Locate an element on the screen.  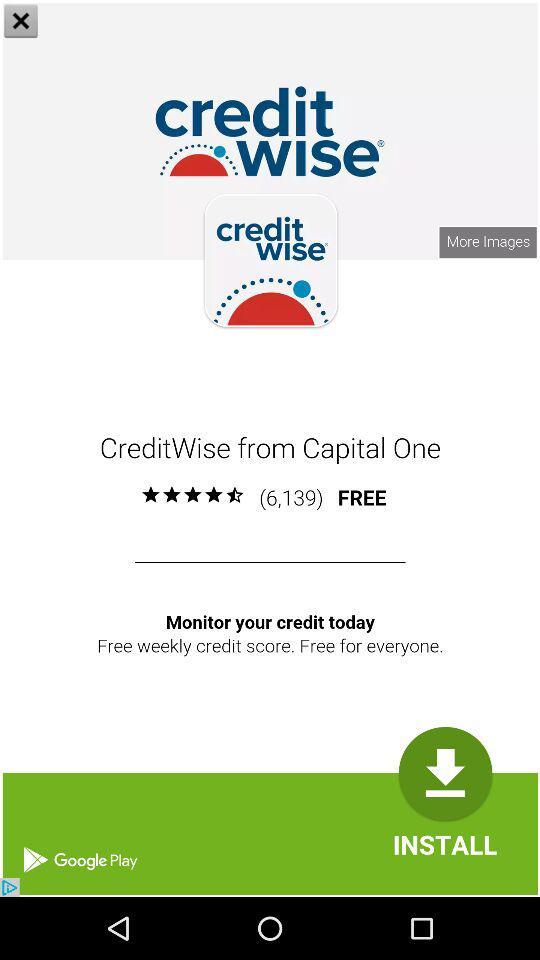
the close icon is located at coordinates (20, 21).